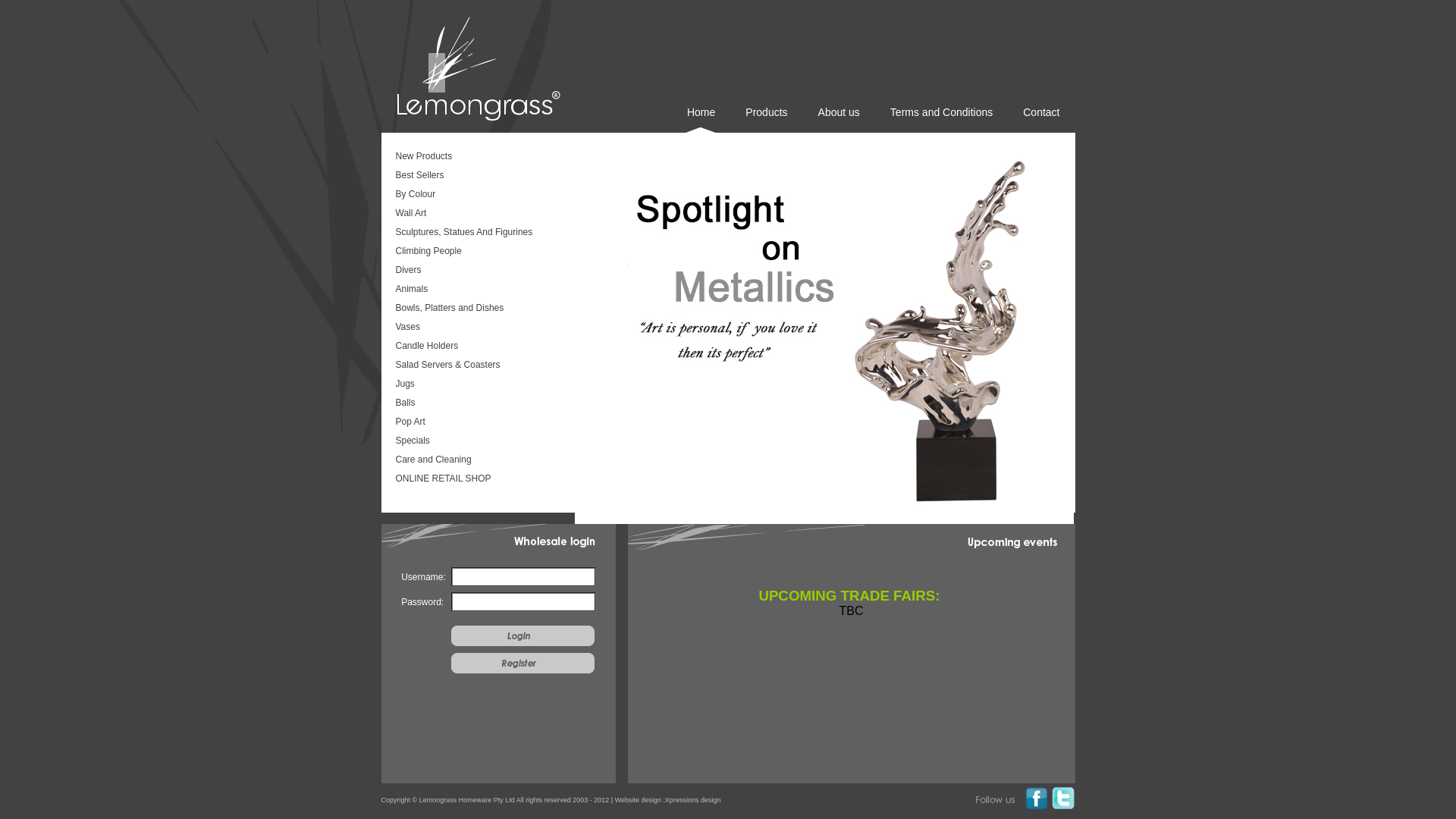 The image size is (1456, 819). What do you see at coordinates (475, 441) in the screenshot?
I see `'Specials'` at bounding box center [475, 441].